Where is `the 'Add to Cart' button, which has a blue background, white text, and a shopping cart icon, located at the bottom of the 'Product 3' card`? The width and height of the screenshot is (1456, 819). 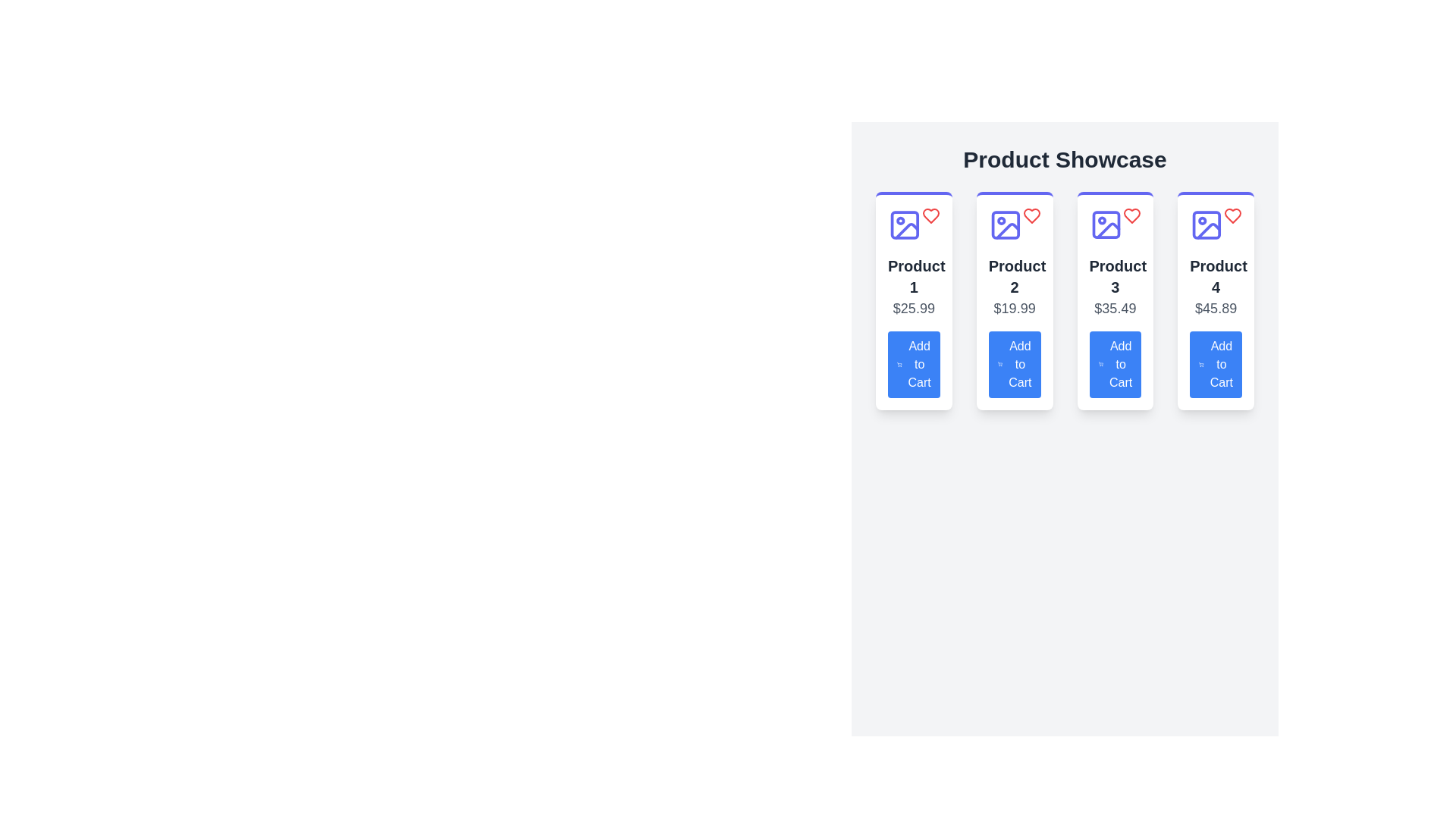 the 'Add to Cart' button, which has a blue background, white text, and a shopping cart icon, located at the bottom of the 'Product 3' card is located at coordinates (1115, 365).